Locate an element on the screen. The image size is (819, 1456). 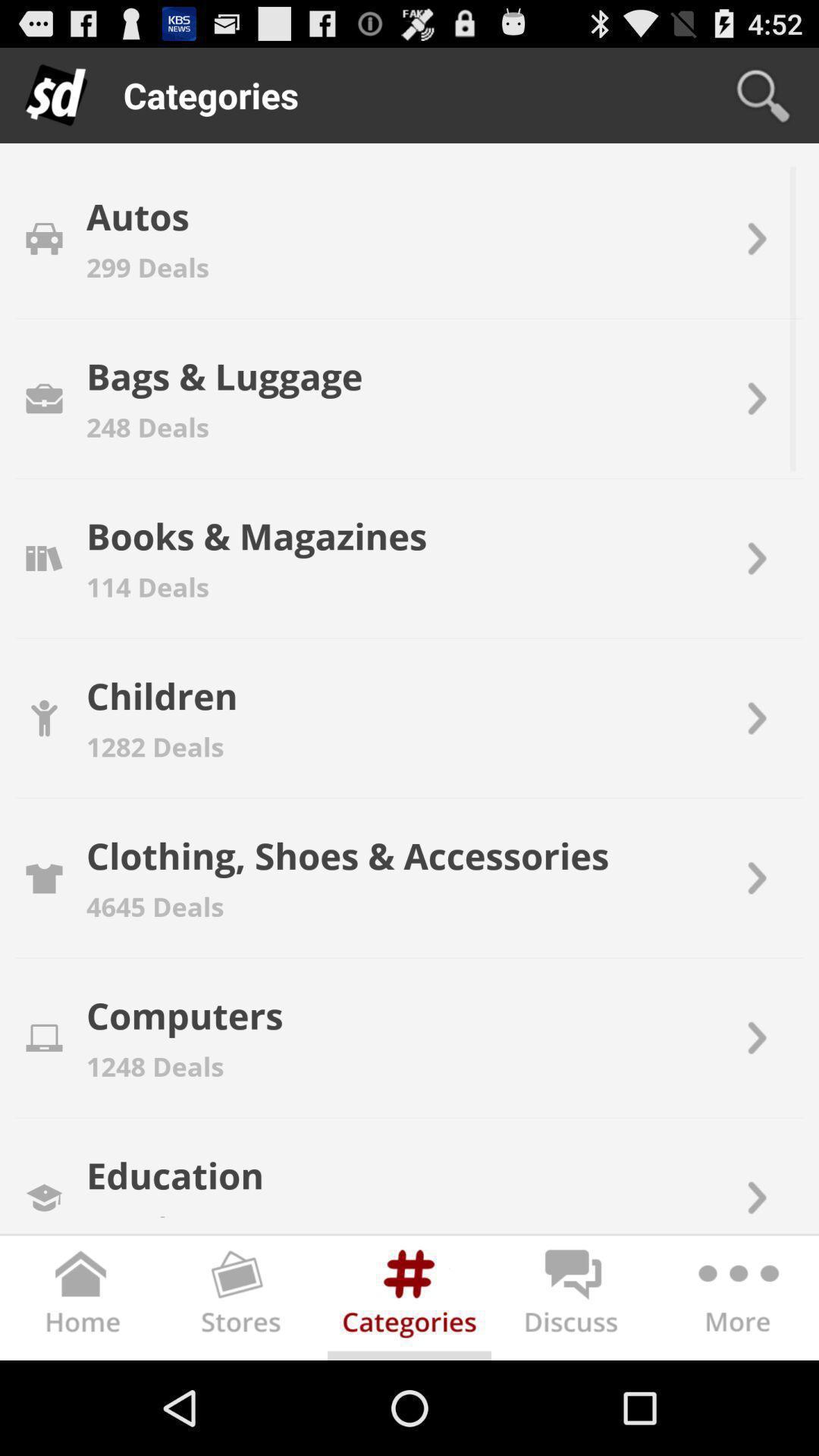
more options is located at coordinates (736, 1300).